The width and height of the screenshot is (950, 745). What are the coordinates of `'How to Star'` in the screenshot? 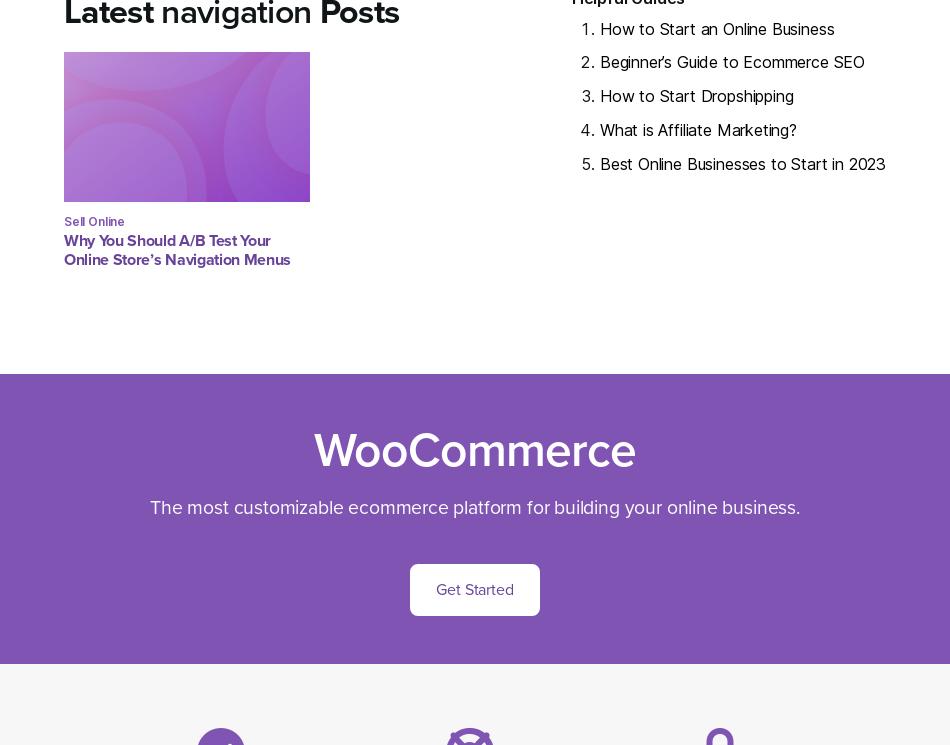 It's located at (644, 96).